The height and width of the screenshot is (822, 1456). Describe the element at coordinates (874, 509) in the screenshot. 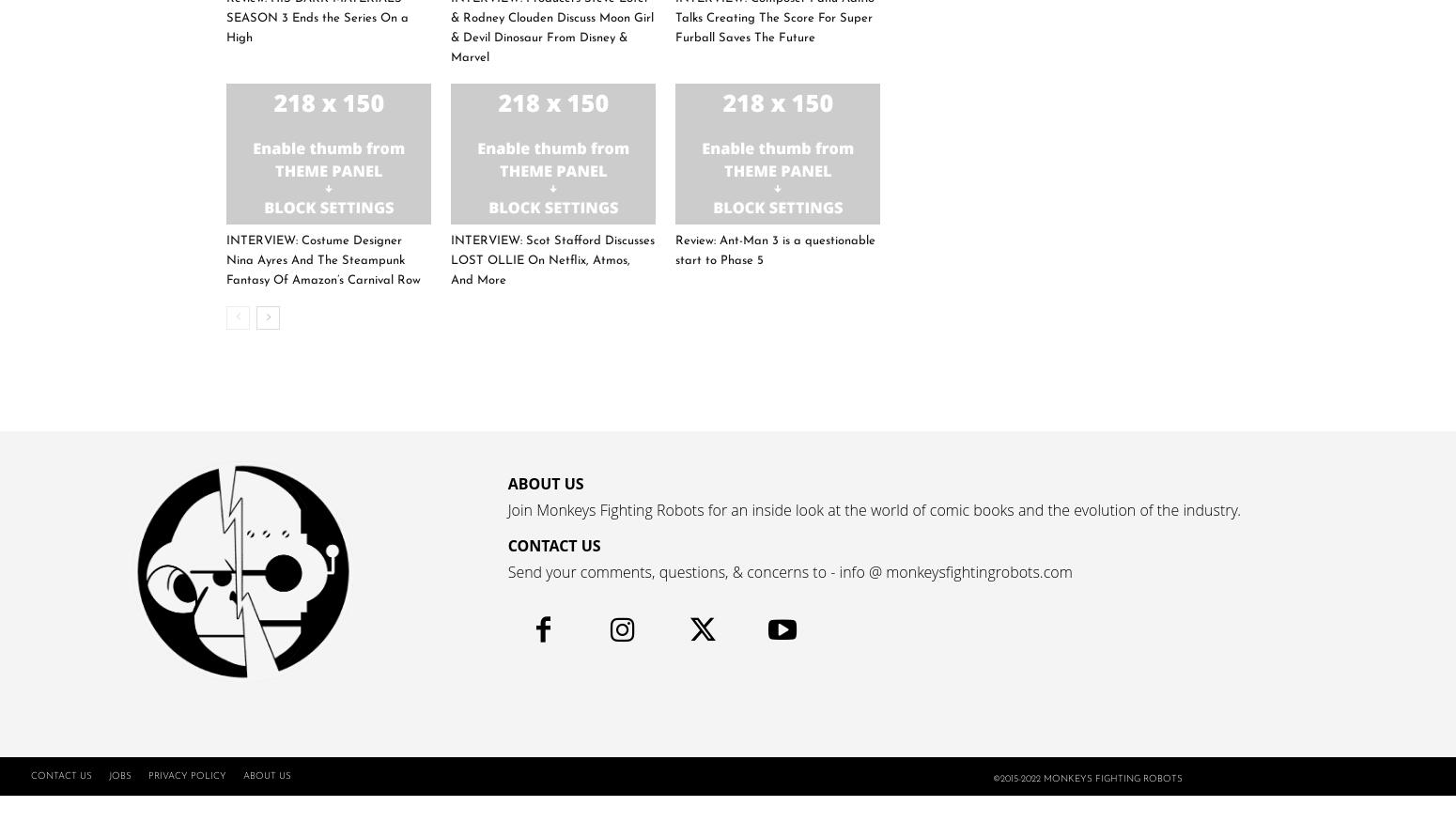

I see `'Join Monkeys Fighting Robots for an inside look at the world of comic books and the evolution of the industry.'` at that location.